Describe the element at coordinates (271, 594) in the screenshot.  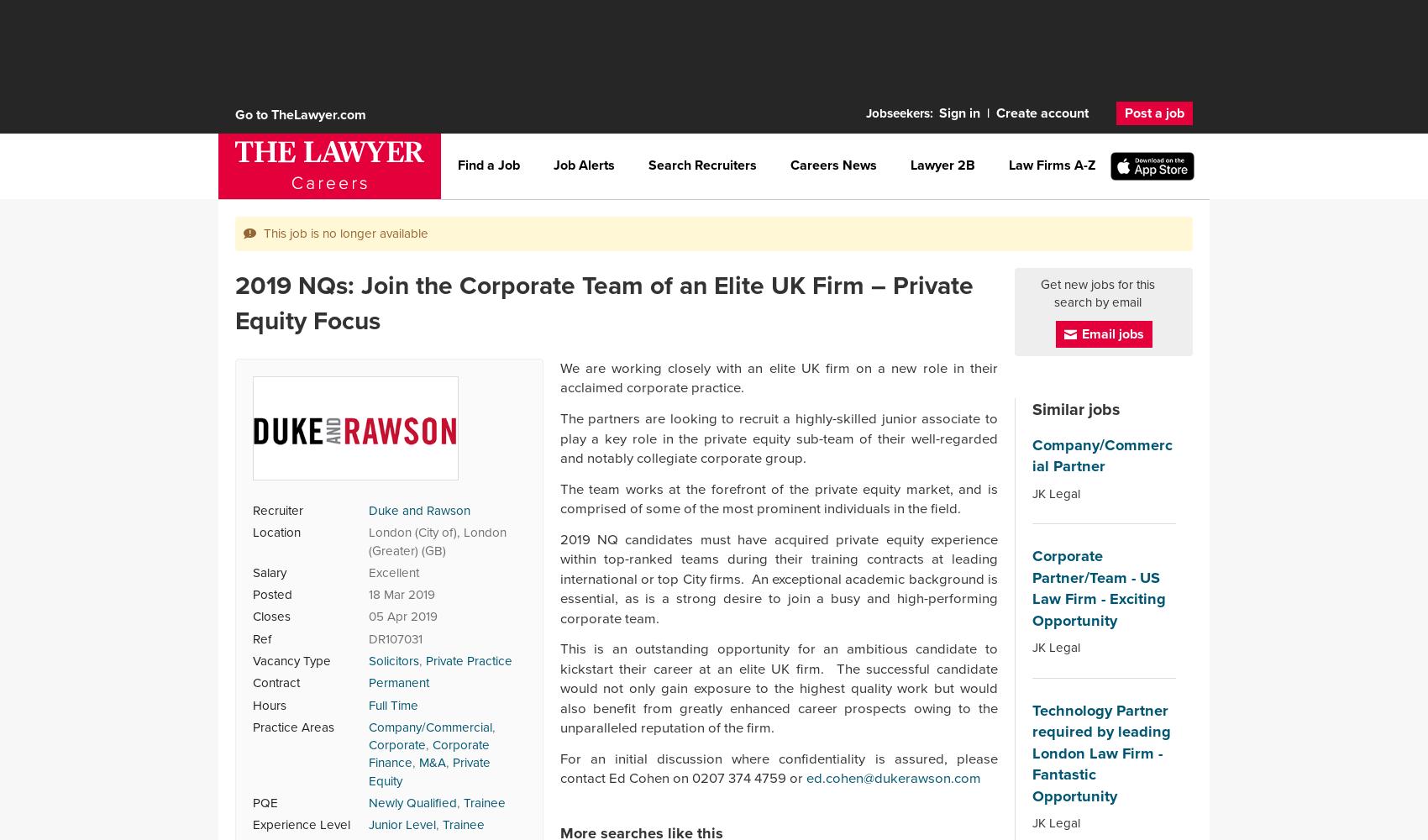
I see `'Posted'` at that location.